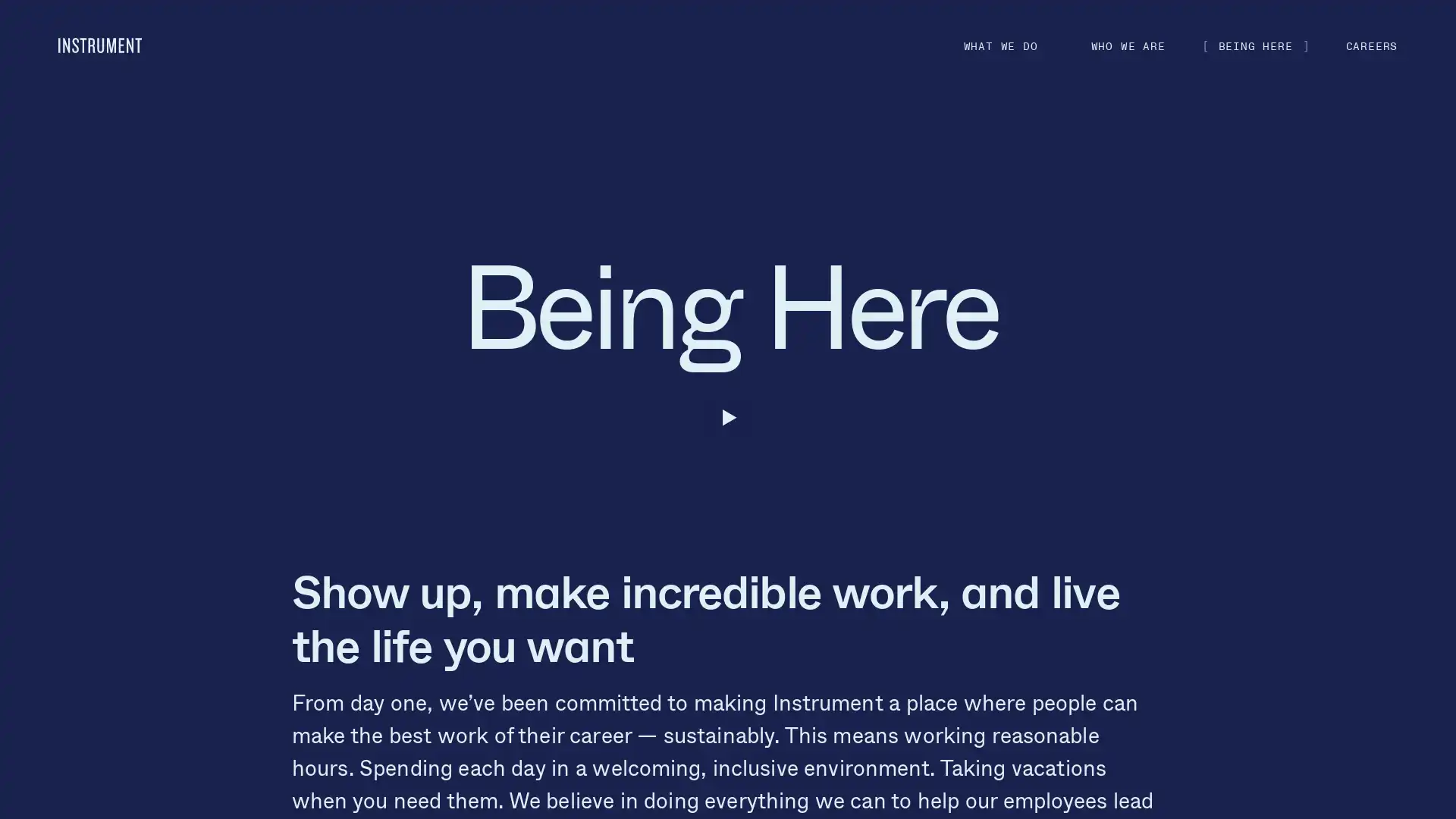 The height and width of the screenshot is (819, 1456). What do you see at coordinates (58, 418) in the screenshot?
I see `Play/pause inline video` at bounding box center [58, 418].